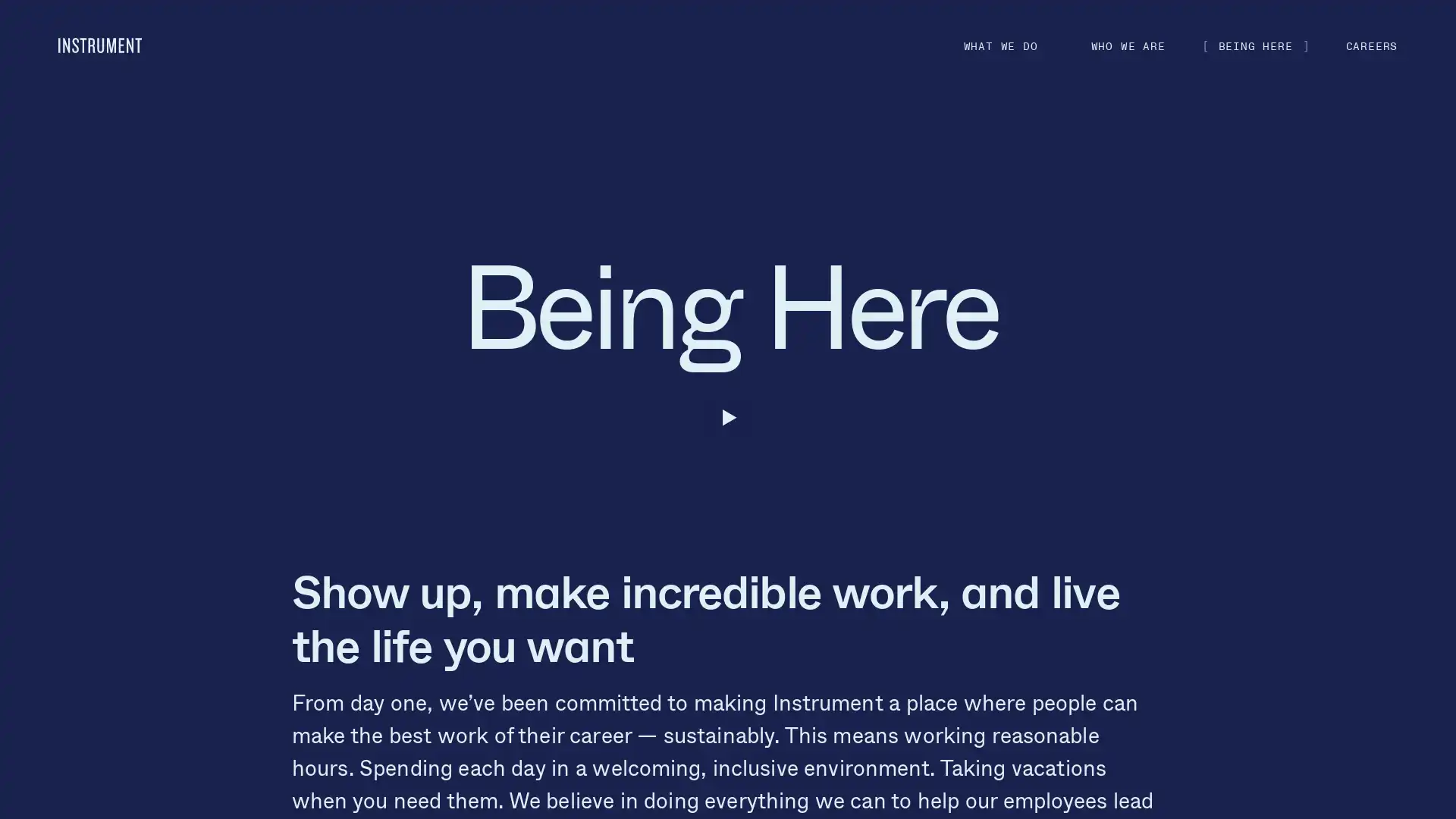 The height and width of the screenshot is (819, 1456). What do you see at coordinates (58, 418) in the screenshot?
I see `Play/pause inline video` at bounding box center [58, 418].